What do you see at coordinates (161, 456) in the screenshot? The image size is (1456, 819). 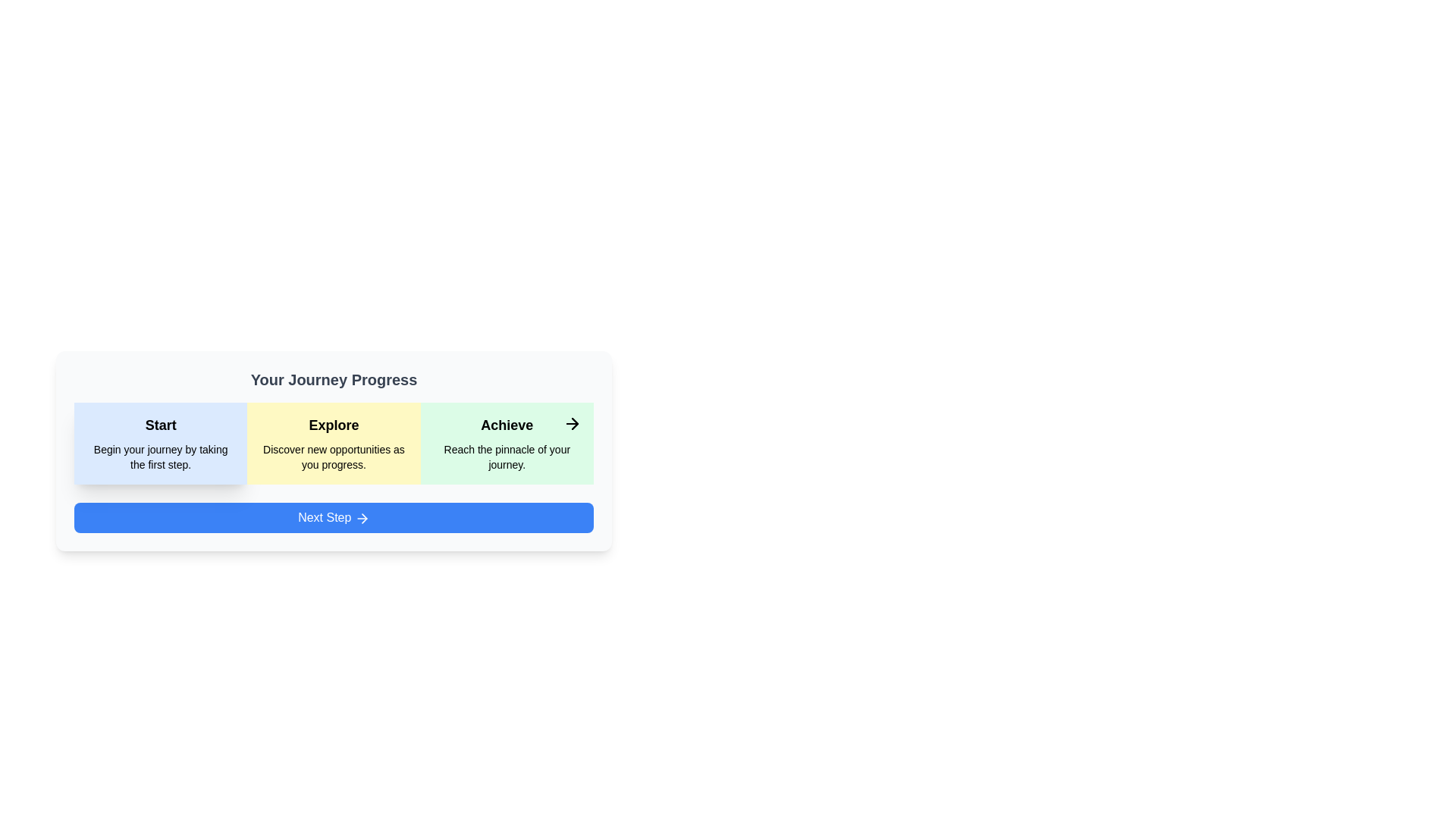 I see `the descriptive text label that provides information about the 'Start' phase, located below the 'Start' heading in the leftmost section of the layout` at bounding box center [161, 456].